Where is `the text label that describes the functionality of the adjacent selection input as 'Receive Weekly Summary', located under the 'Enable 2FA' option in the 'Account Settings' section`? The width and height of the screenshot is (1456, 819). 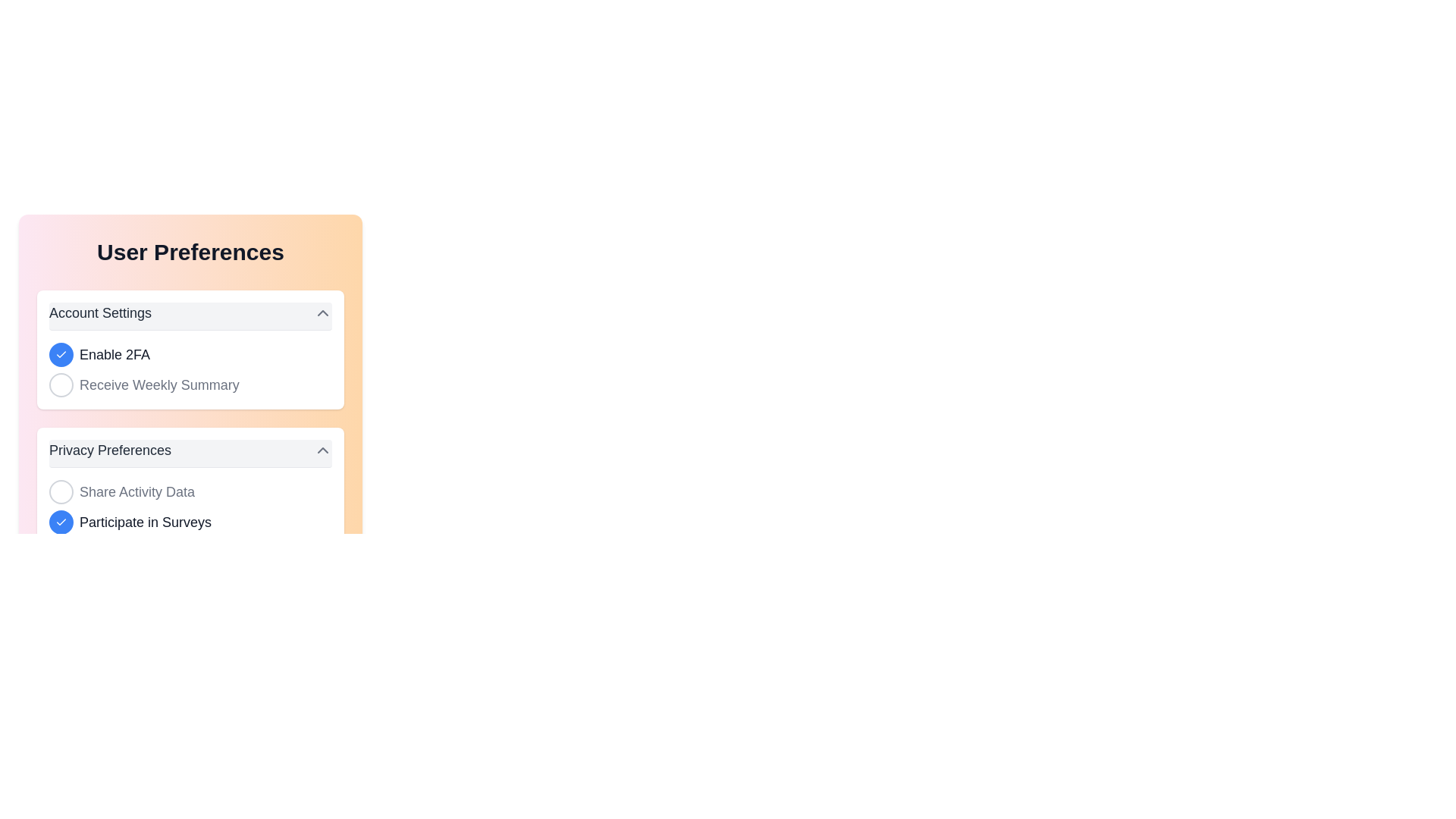
the text label that describes the functionality of the adjacent selection input as 'Receive Weekly Summary', located under the 'Enable 2FA' option in the 'Account Settings' section is located at coordinates (159, 384).